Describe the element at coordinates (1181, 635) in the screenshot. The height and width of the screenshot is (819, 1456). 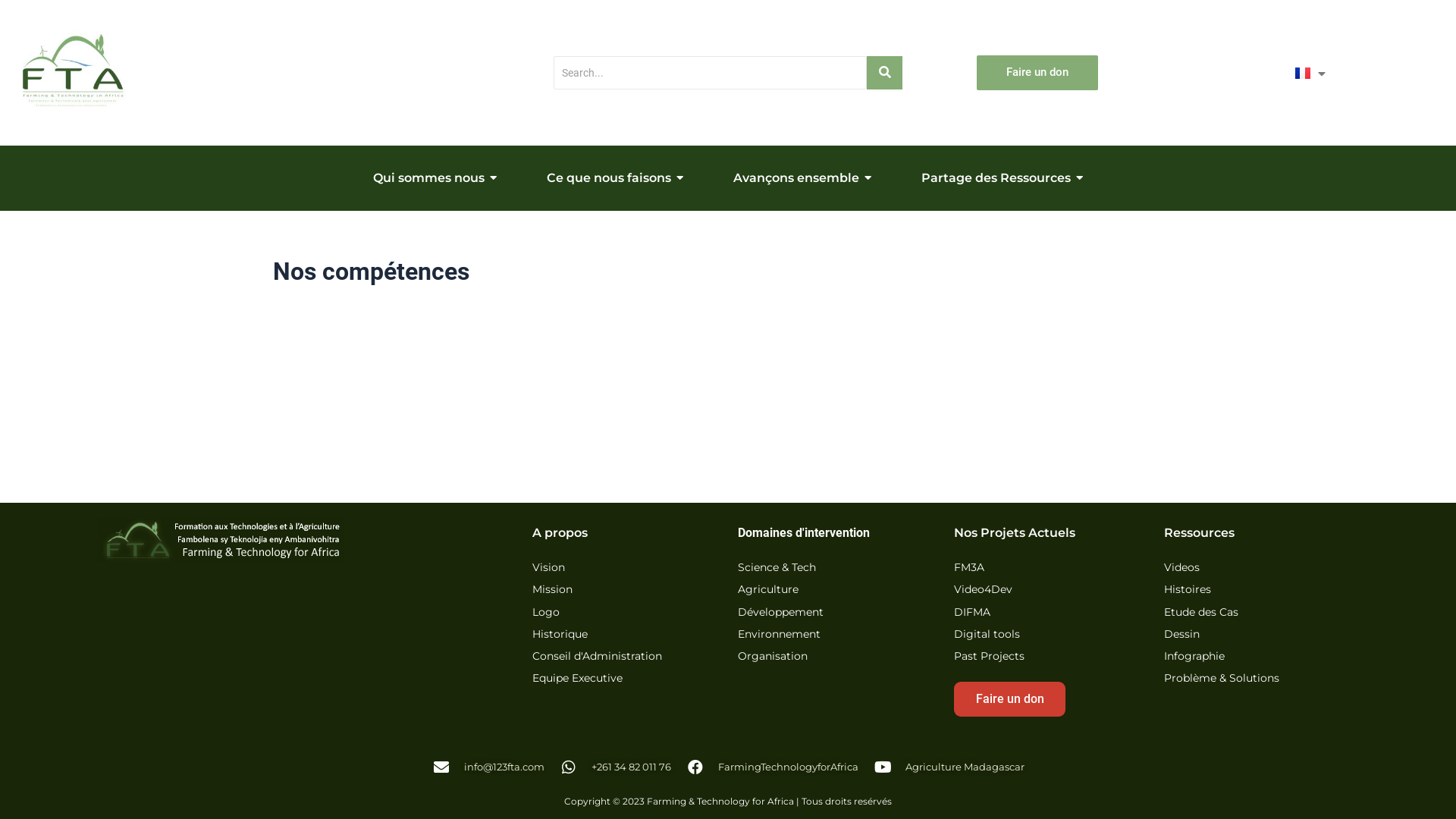
I see `'Dessin'` at that location.